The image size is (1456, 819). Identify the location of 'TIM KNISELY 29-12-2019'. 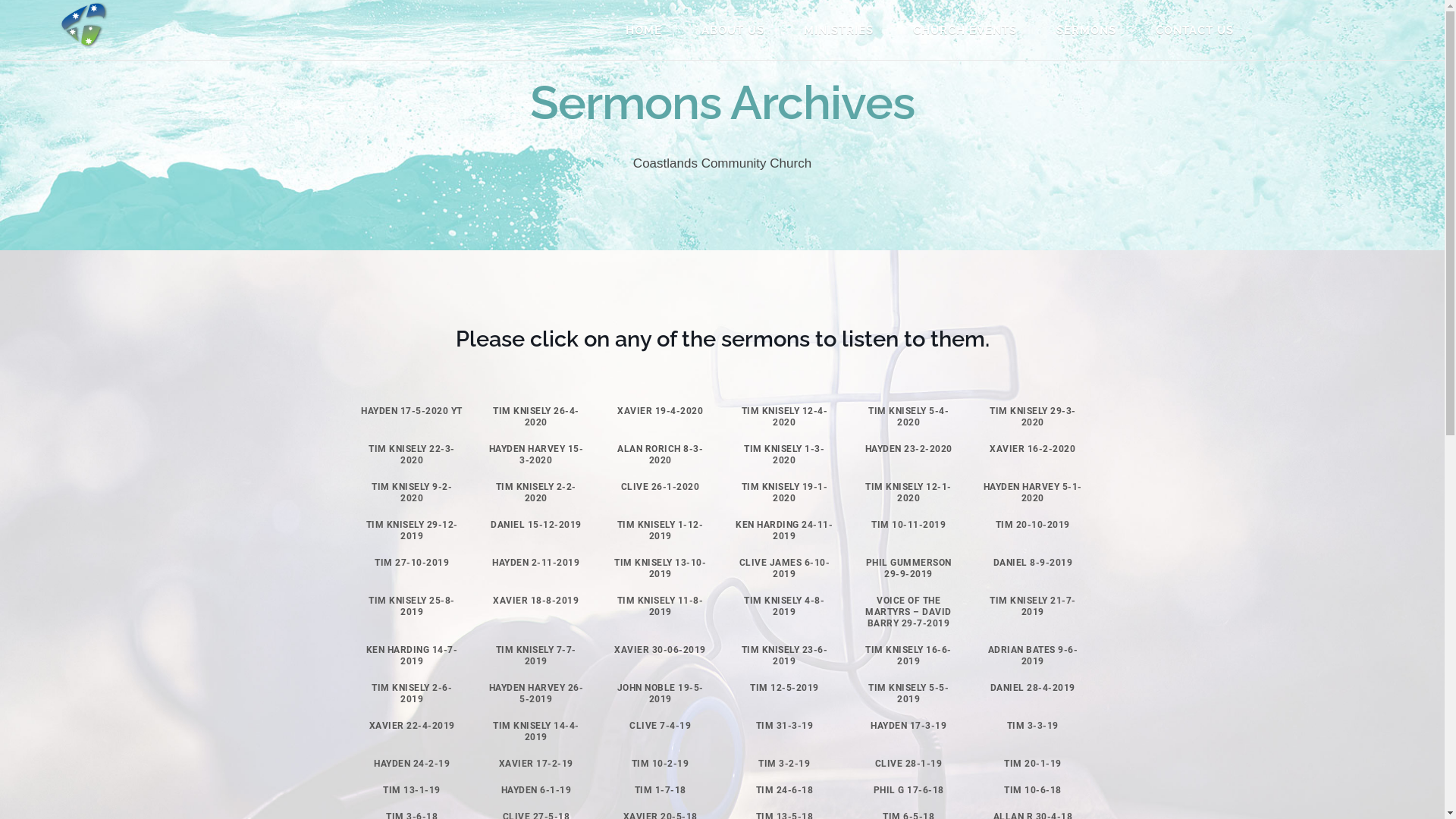
(366, 529).